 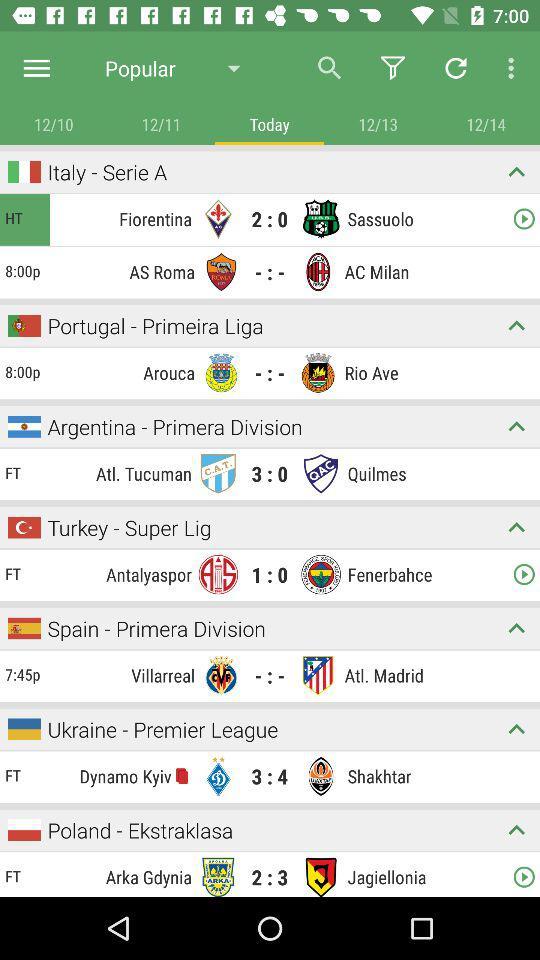 I want to click on expand selection, so click(x=516, y=526).